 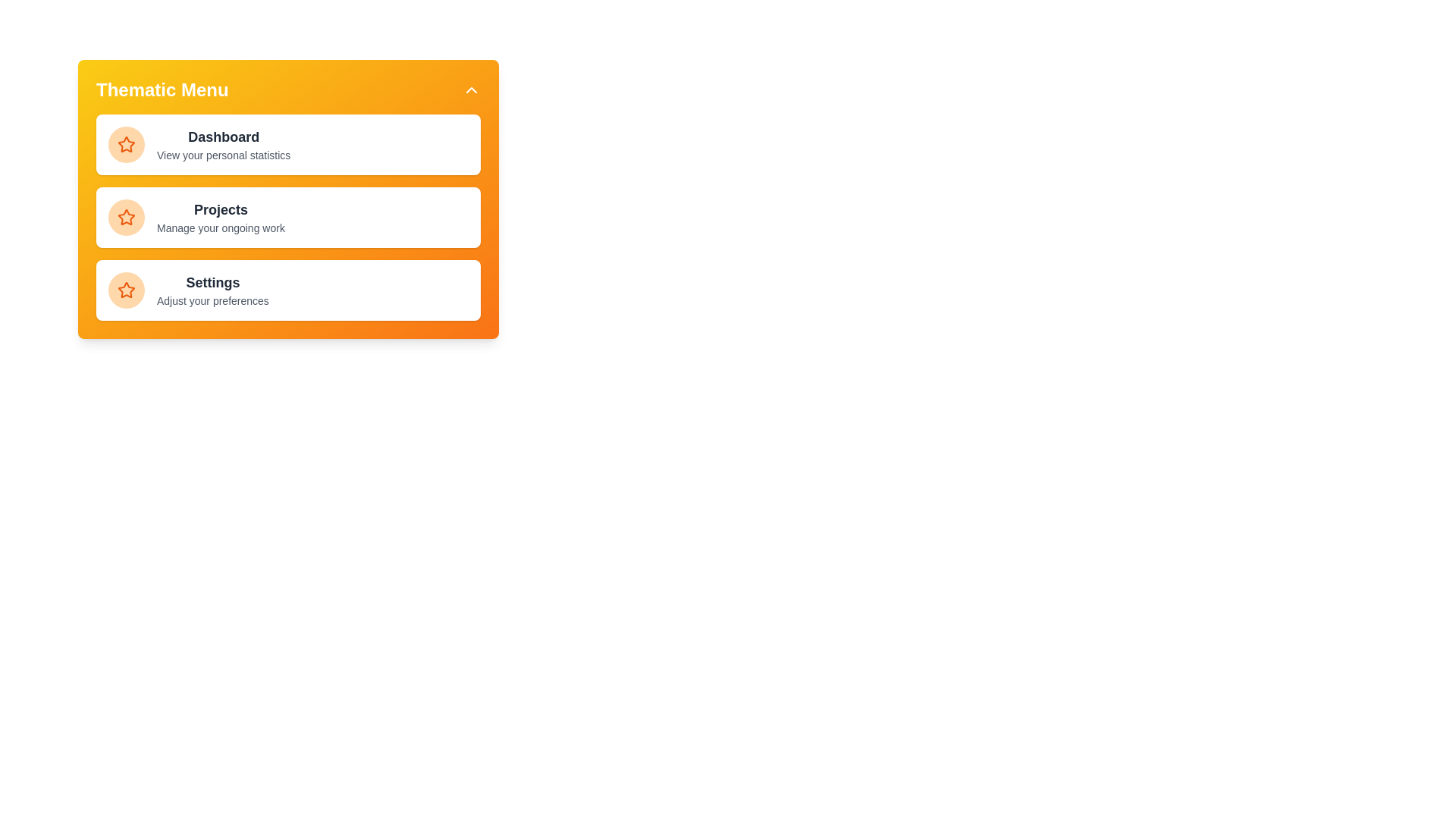 What do you see at coordinates (127, 217) in the screenshot?
I see `the icon next to the menu item Projects` at bounding box center [127, 217].